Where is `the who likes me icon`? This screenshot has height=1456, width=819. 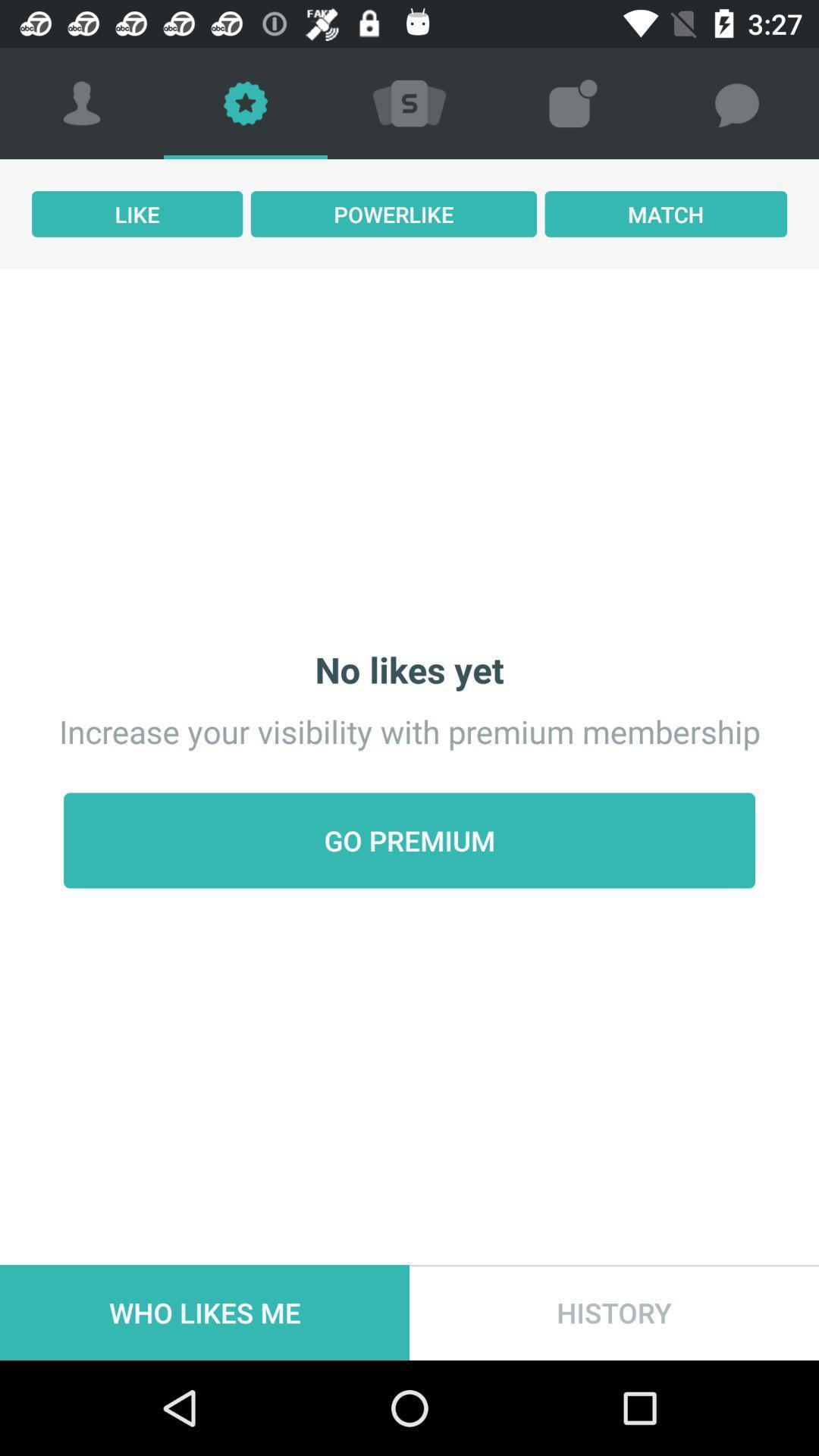 the who likes me icon is located at coordinates (205, 1312).